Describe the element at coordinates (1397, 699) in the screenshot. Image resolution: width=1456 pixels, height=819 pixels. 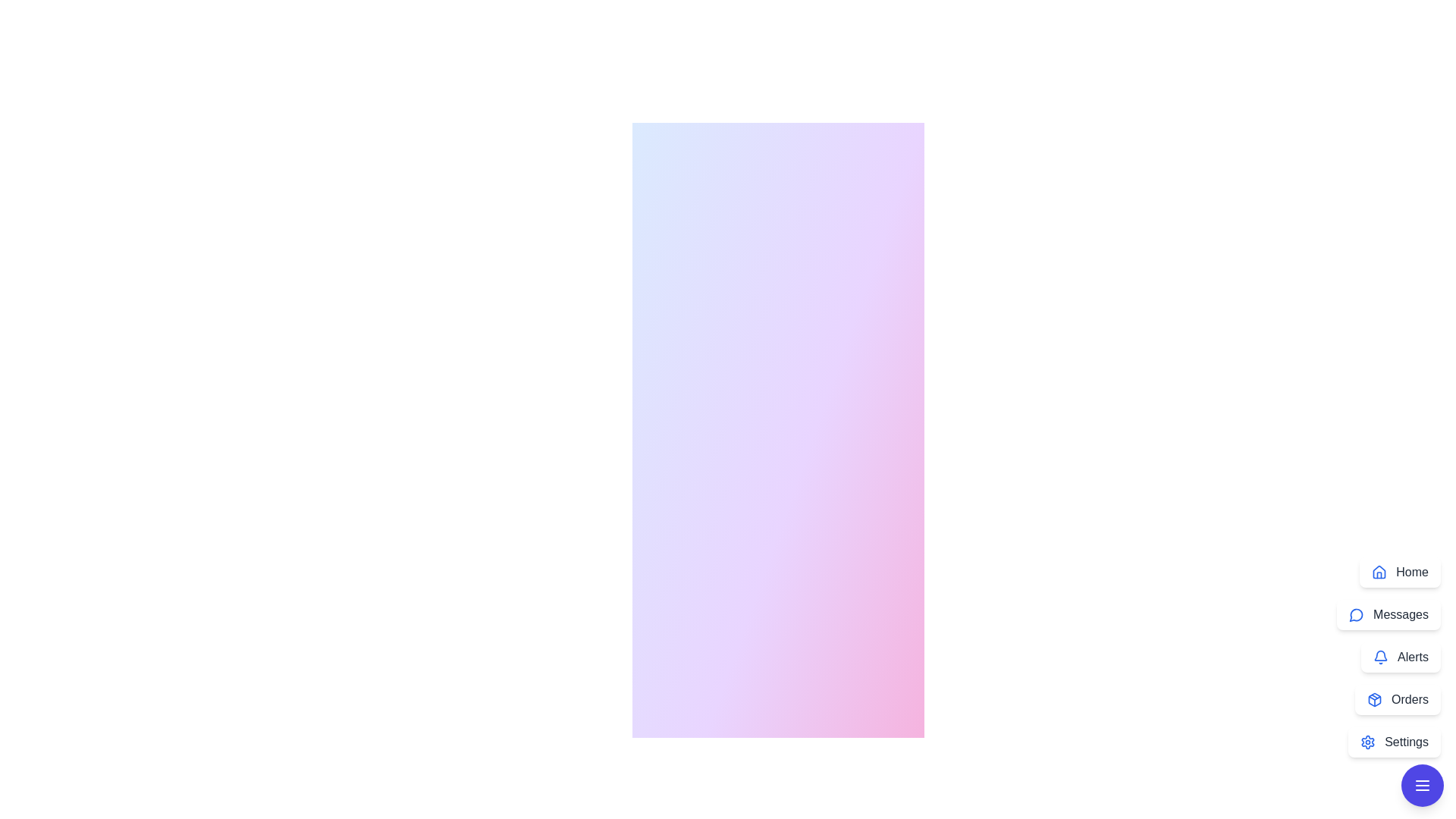
I see `the menu option Orders` at that location.